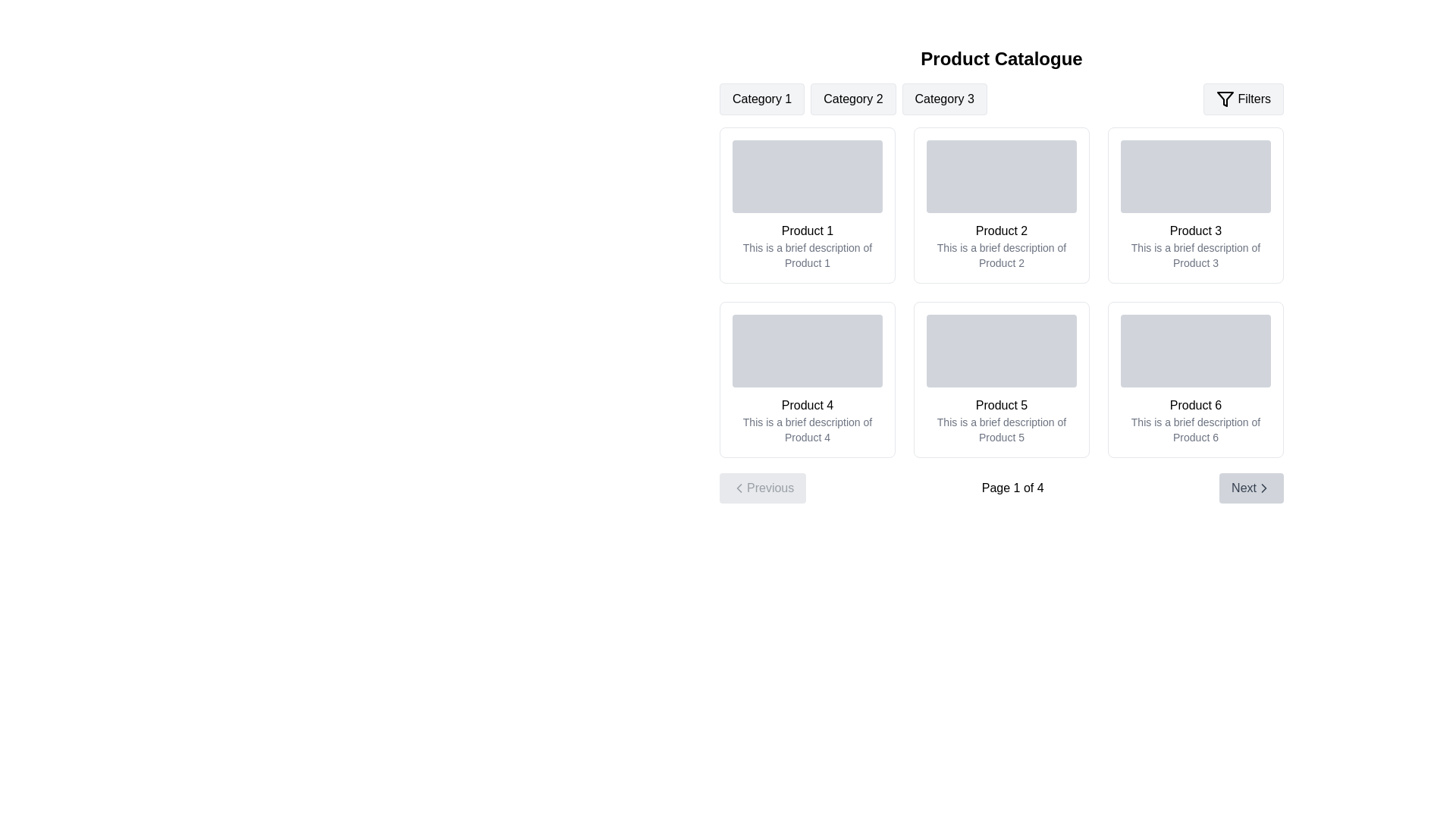 Image resolution: width=1456 pixels, height=819 pixels. What do you see at coordinates (1195, 379) in the screenshot?
I see `the product display card located in the second row and third column of the grid layout, which serves as a visual placeholder for the product` at bounding box center [1195, 379].